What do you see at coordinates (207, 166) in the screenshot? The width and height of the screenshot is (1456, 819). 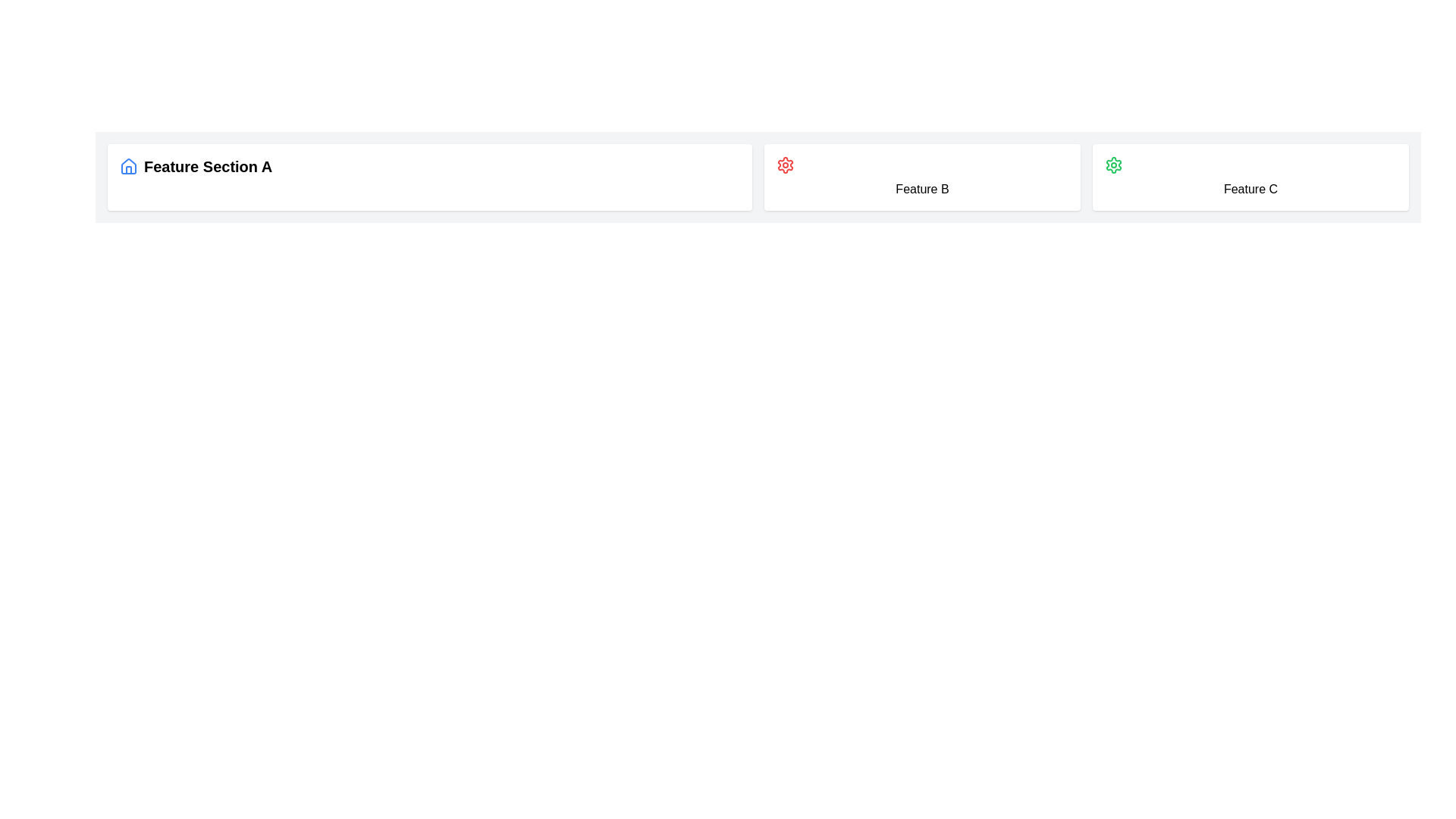 I see `the text label that reads 'Feature Section A', which is styled with a bold font and positioned to the right of a blue home icon` at bounding box center [207, 166].